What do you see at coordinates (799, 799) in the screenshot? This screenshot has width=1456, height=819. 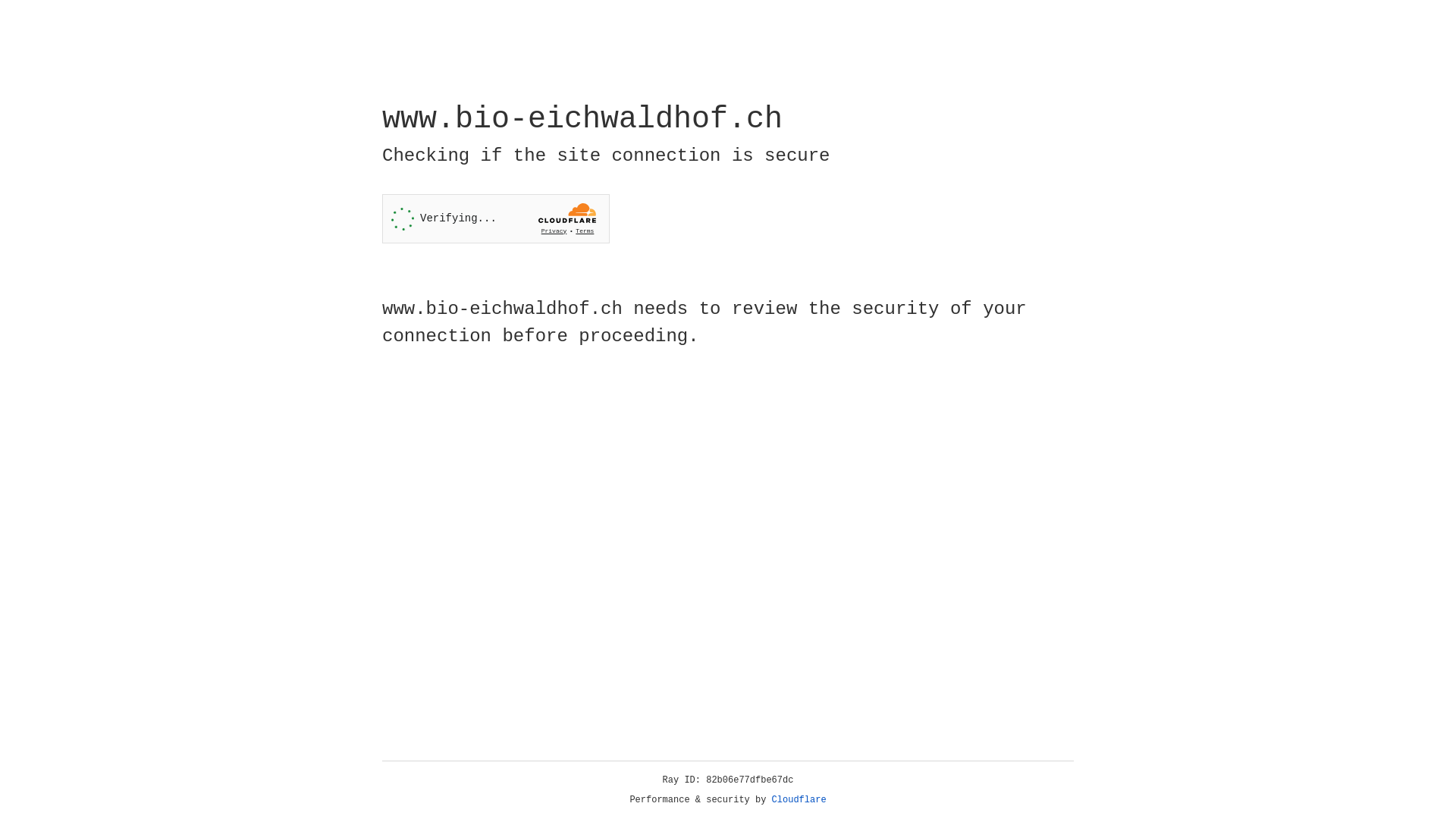 I see `'Cloudflare'` at bounding box center [799, 799].